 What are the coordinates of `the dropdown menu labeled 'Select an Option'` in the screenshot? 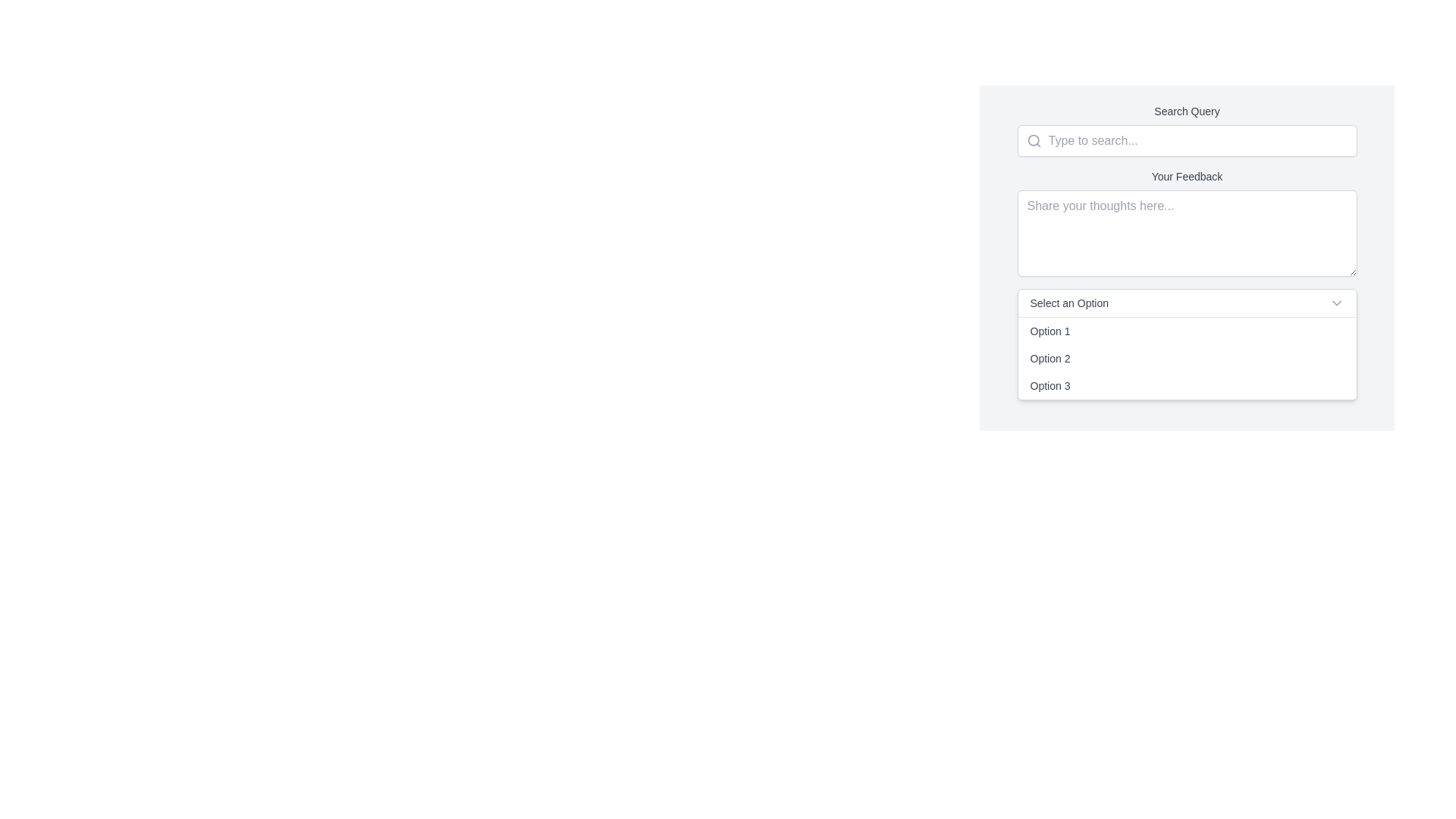 It's located at (1186, 344).